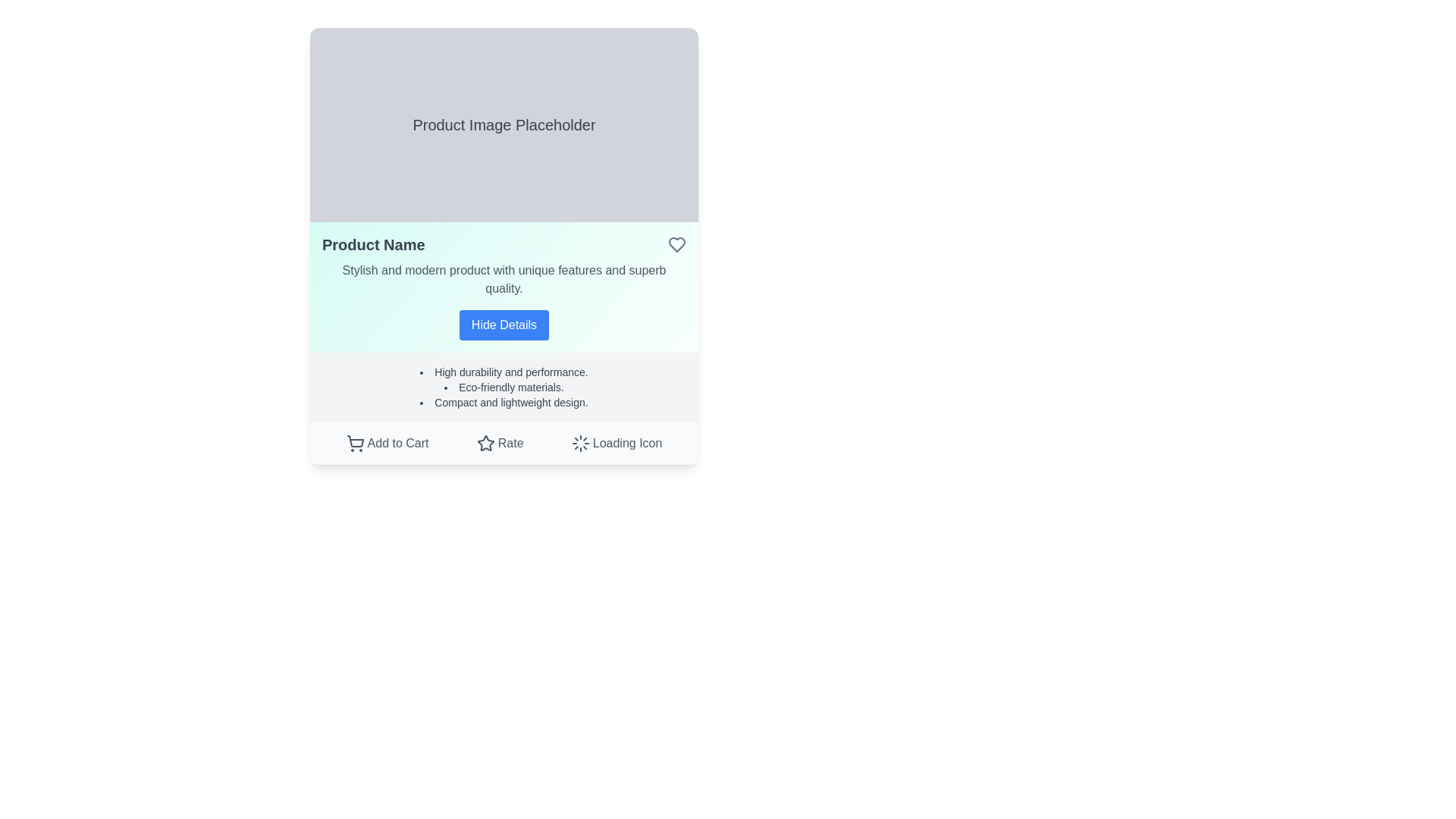  I want to click on the first bullet point in a list, which reads 'High durability and performance', located near the bottom center of the product information panel, so click(504, 372).